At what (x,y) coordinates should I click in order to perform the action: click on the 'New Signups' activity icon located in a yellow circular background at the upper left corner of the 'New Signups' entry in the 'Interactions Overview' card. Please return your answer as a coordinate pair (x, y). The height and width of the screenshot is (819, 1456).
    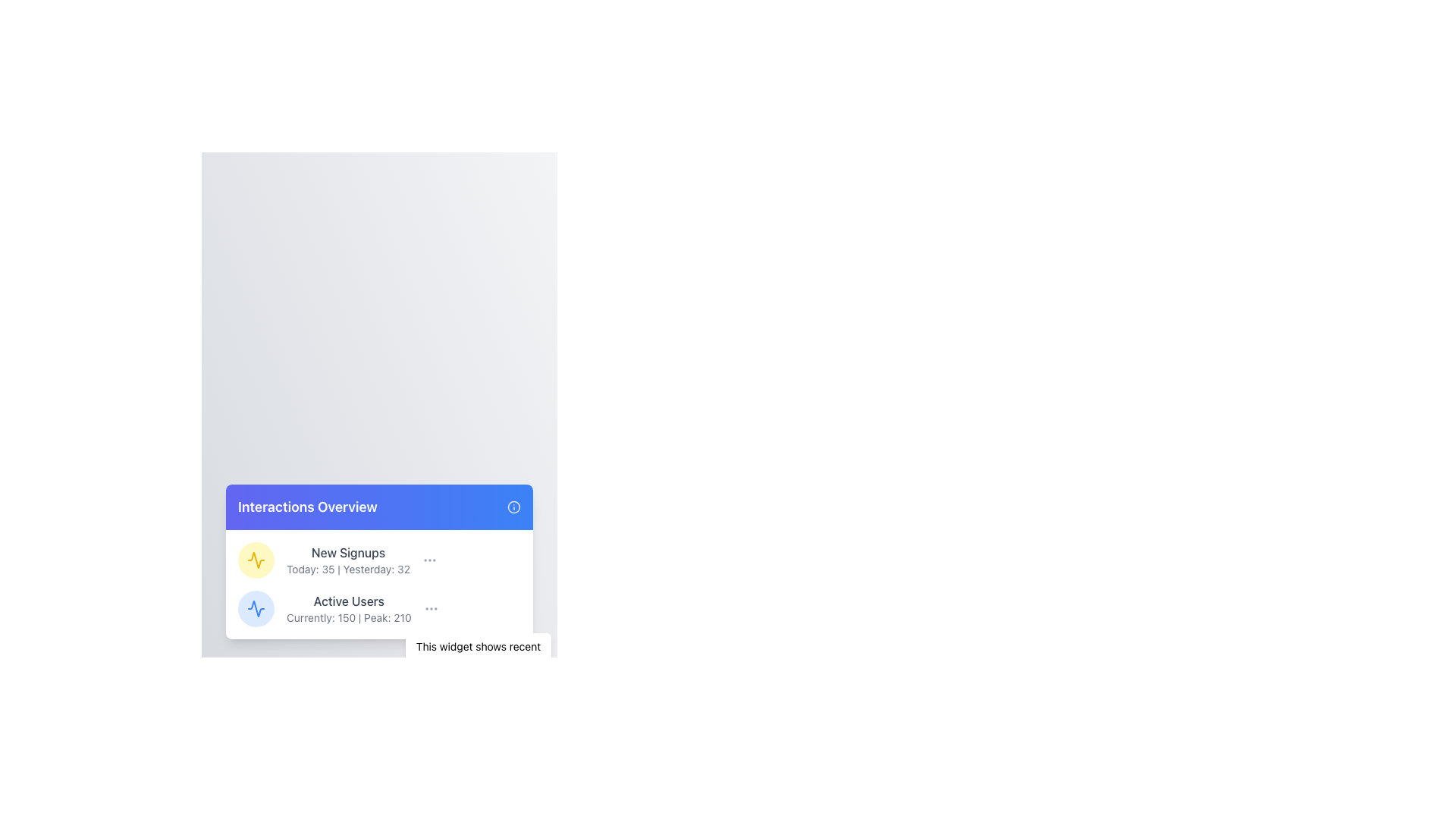
    Looking at the image, I should click on (256, 560).